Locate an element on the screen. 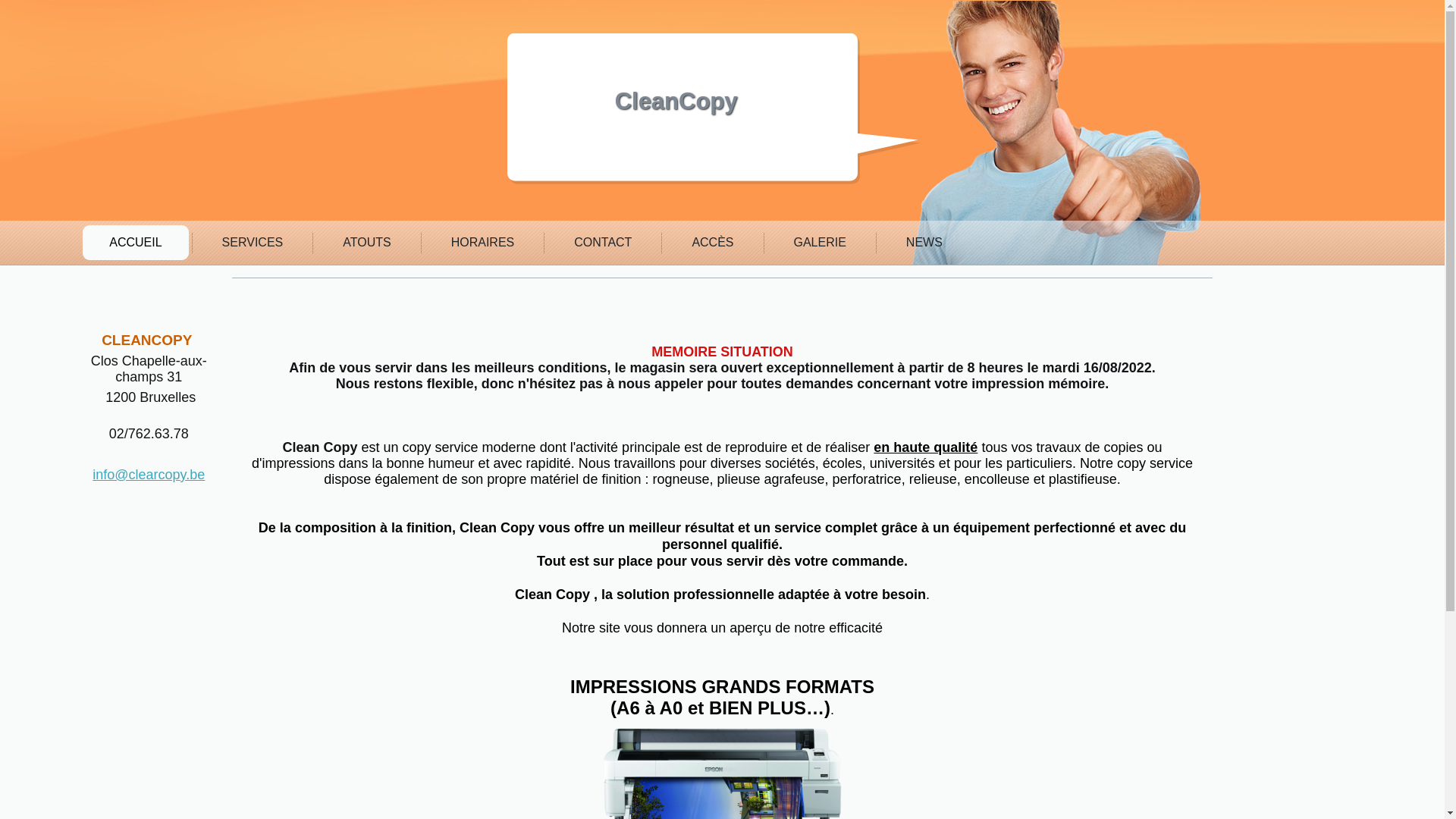 The height and width of the screenshot is (819, 1456). 'SERVICES' is located at coordinates (253, 242).